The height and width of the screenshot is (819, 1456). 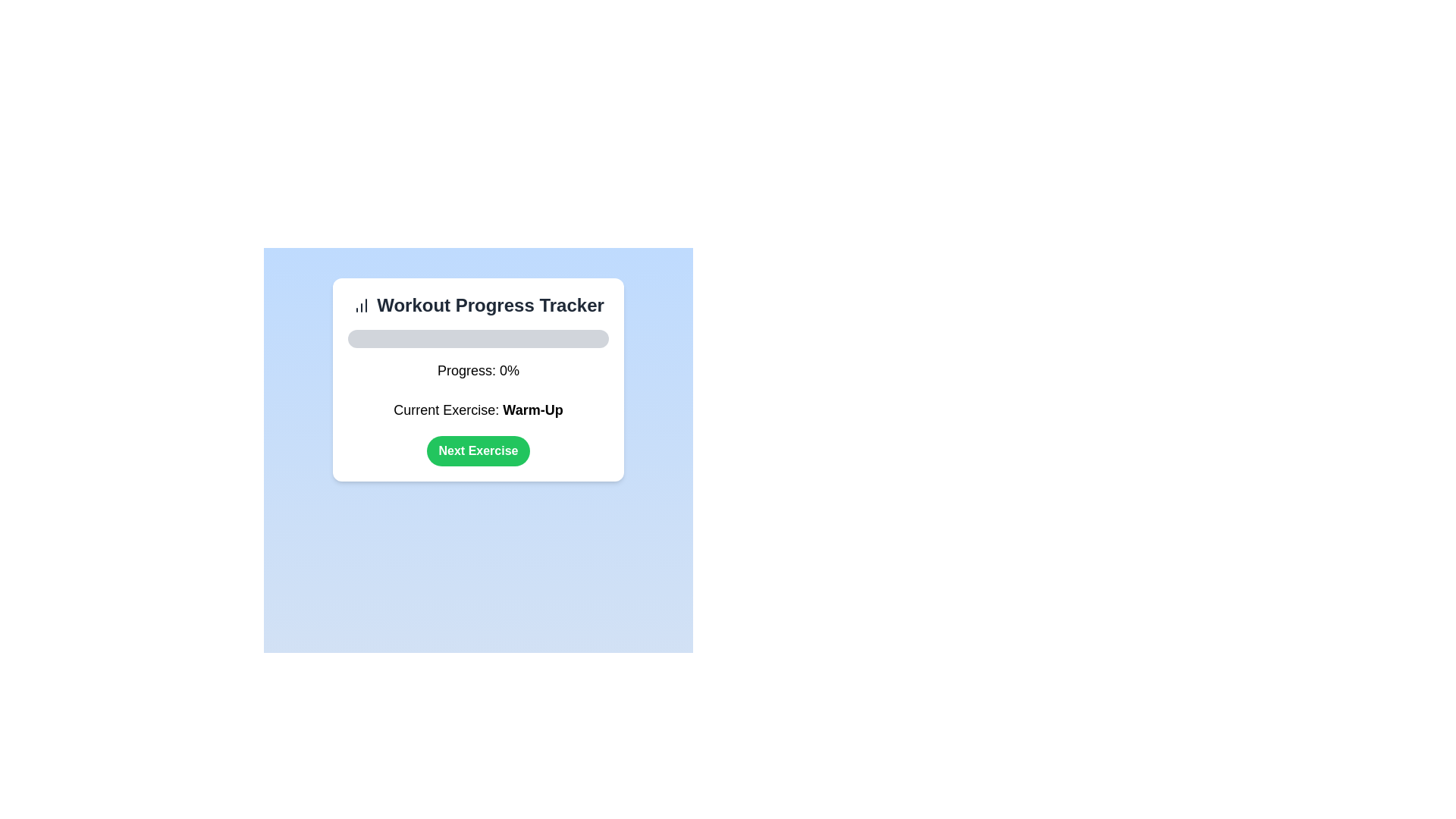 What do you see at coordinates (477, 305) in the screenshot?
I see `the bold text label displaying 'Workout Progress Tracker' with the accompanying bar chart icon, located at the top of a white rounded-rectangle card` at bounding box center [477, 305].